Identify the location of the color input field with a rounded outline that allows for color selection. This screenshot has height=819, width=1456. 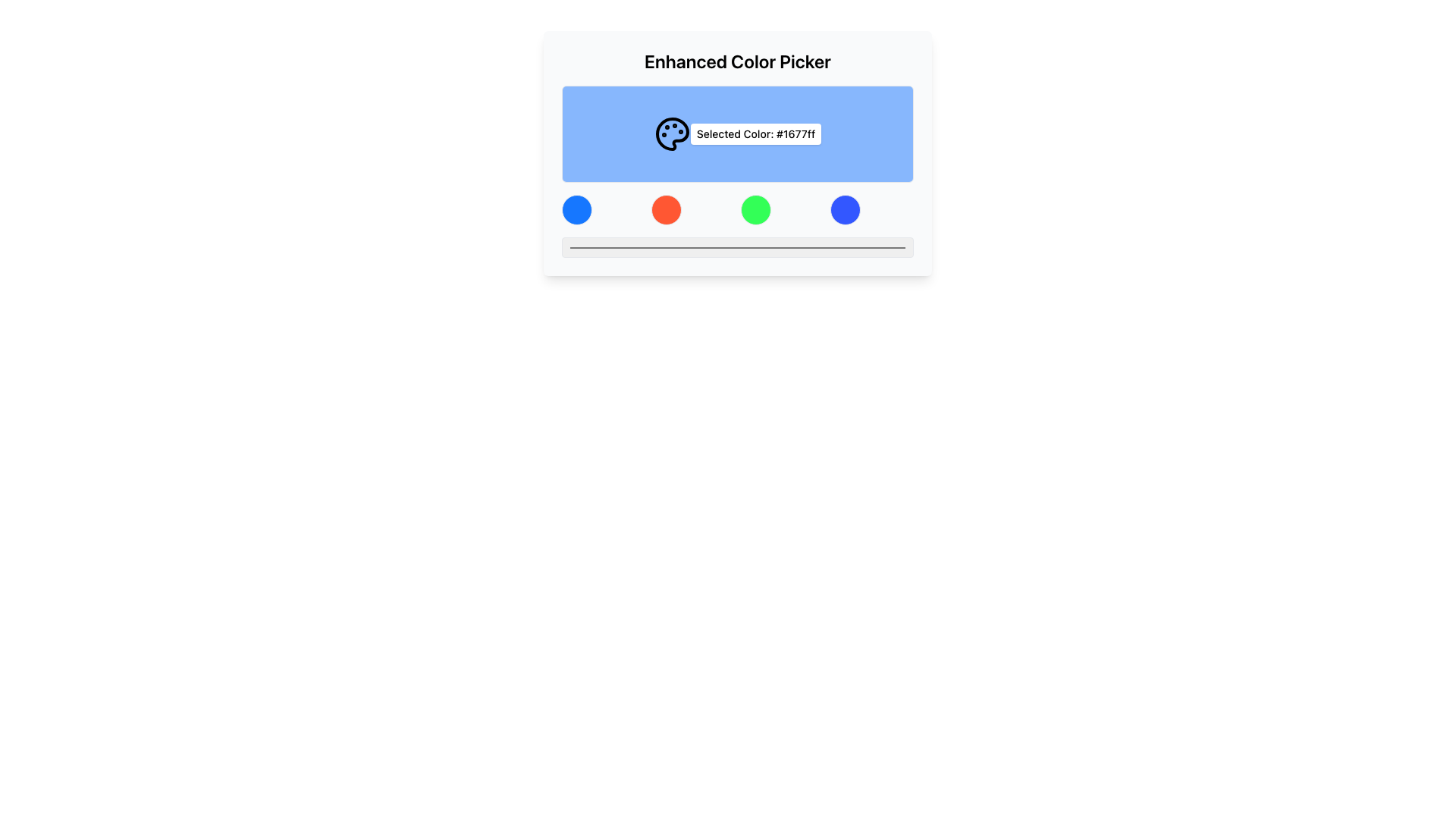
(738, 246).